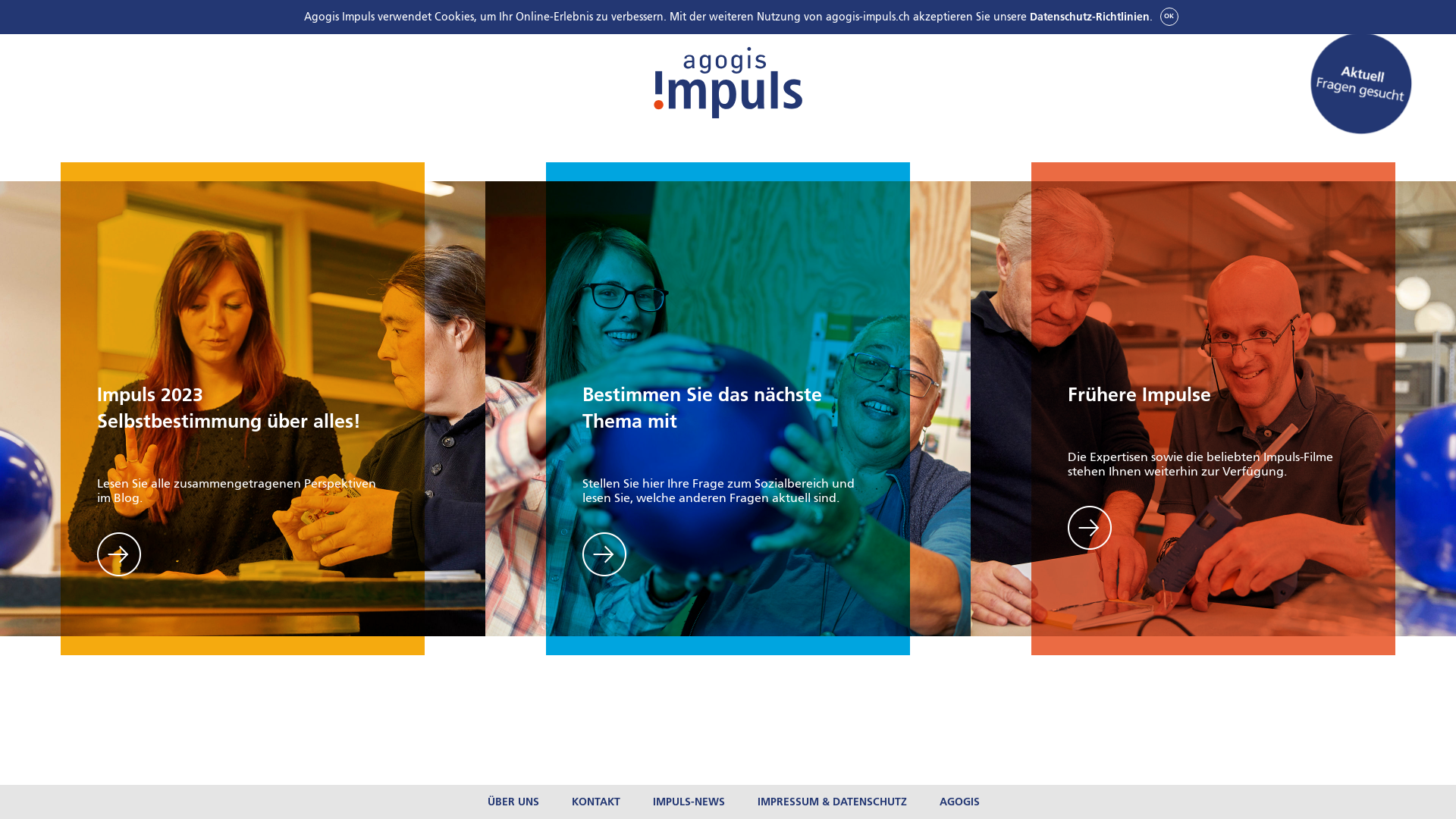 This screenshot has height=819, width=1456. Describe the element at coordinates (757, 801) in the screenshot. I see `'IMPRESSUM & DATENSCHUTZ'` at that location.